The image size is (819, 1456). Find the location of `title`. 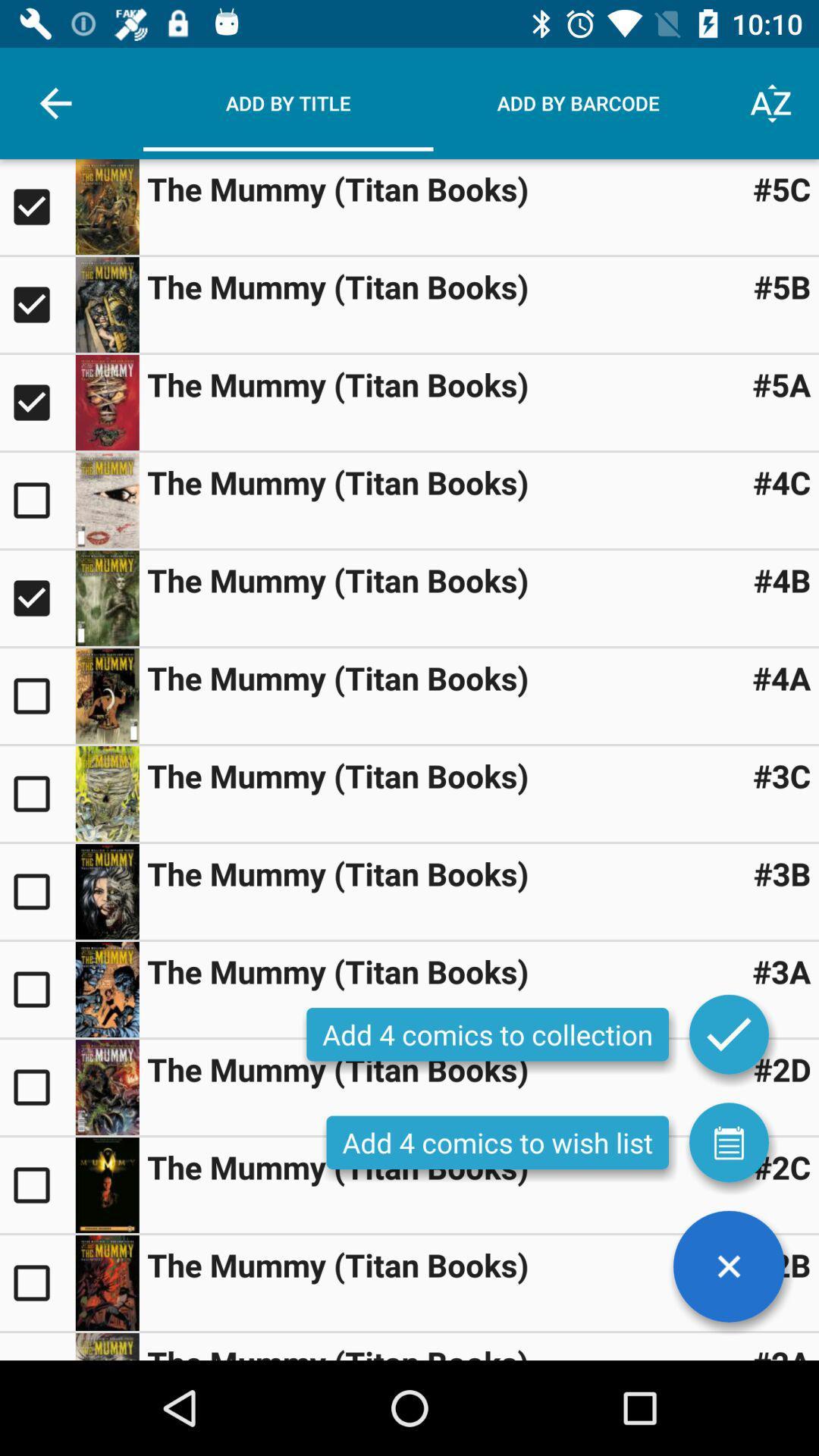

title is located at coordinates (36, 403).